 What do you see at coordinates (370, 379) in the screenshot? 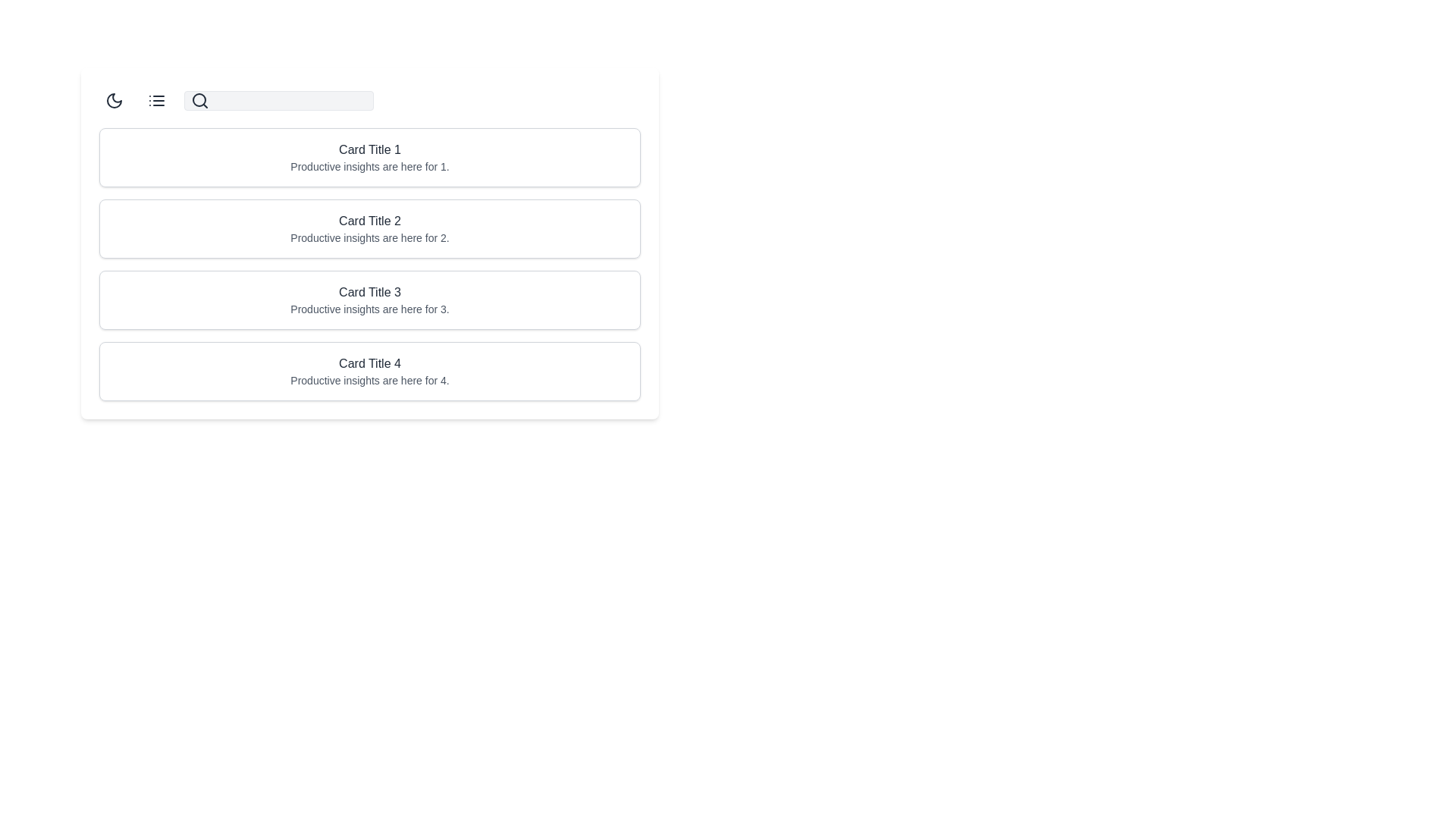
I see `the static text element that displays 'Productive insights are here for 4.' located below 'Card Title 4' in the fourth card of a vertical list` at bounding box center [370, 379].